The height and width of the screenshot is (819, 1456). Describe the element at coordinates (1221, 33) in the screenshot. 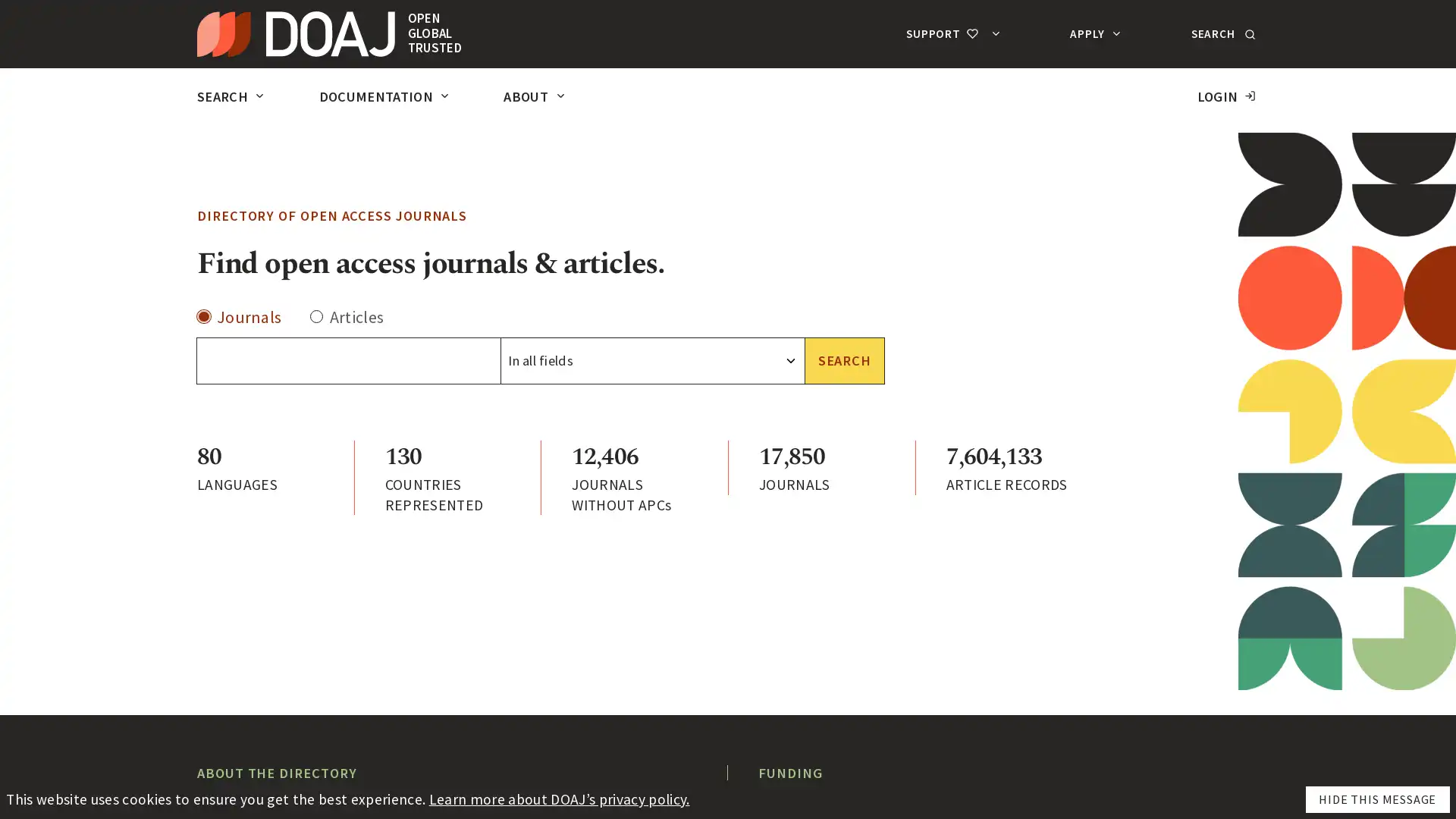

I see `SEARCH` at that location.